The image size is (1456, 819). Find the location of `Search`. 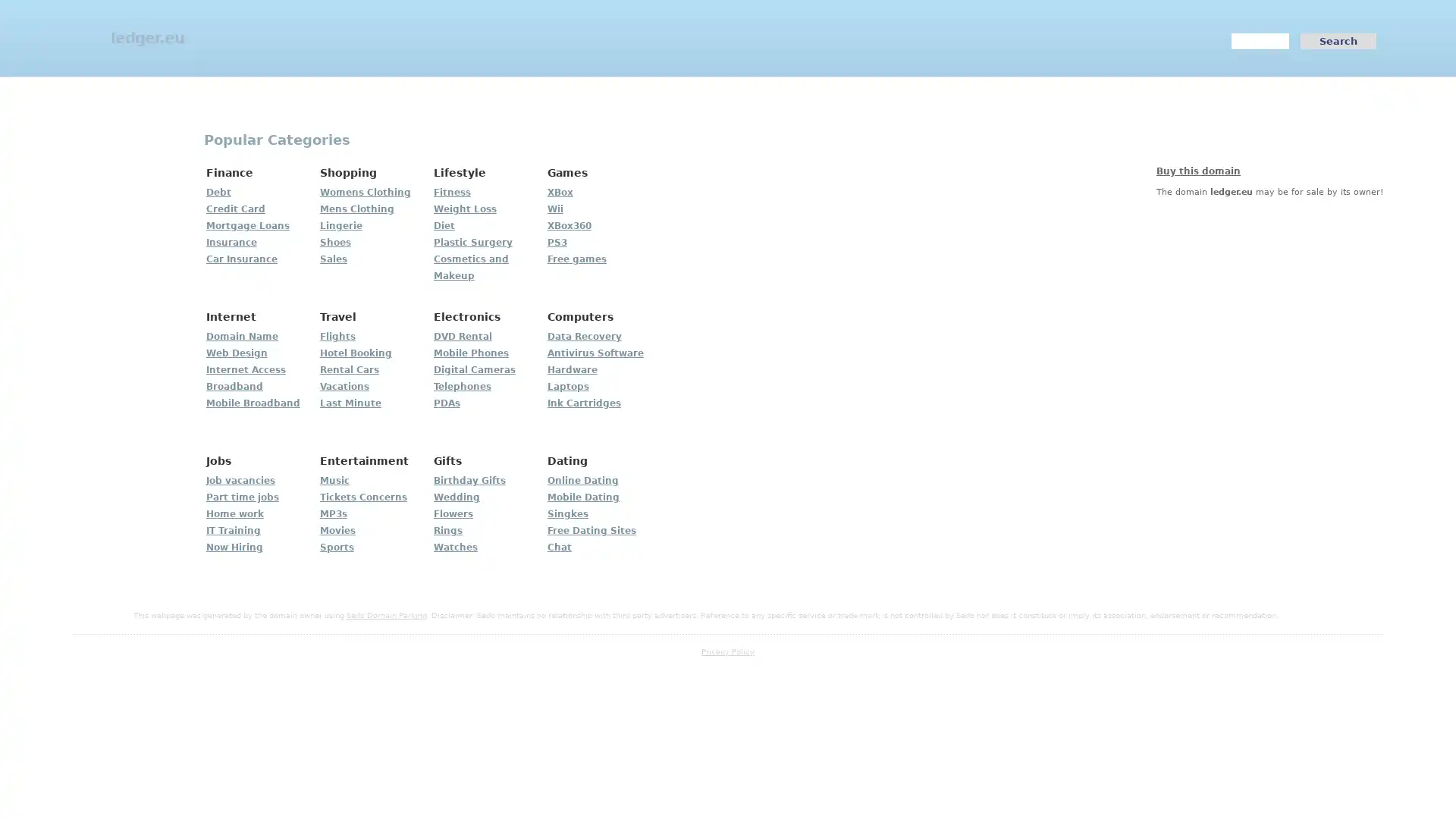

Search is located at coordinates (1338, 40).